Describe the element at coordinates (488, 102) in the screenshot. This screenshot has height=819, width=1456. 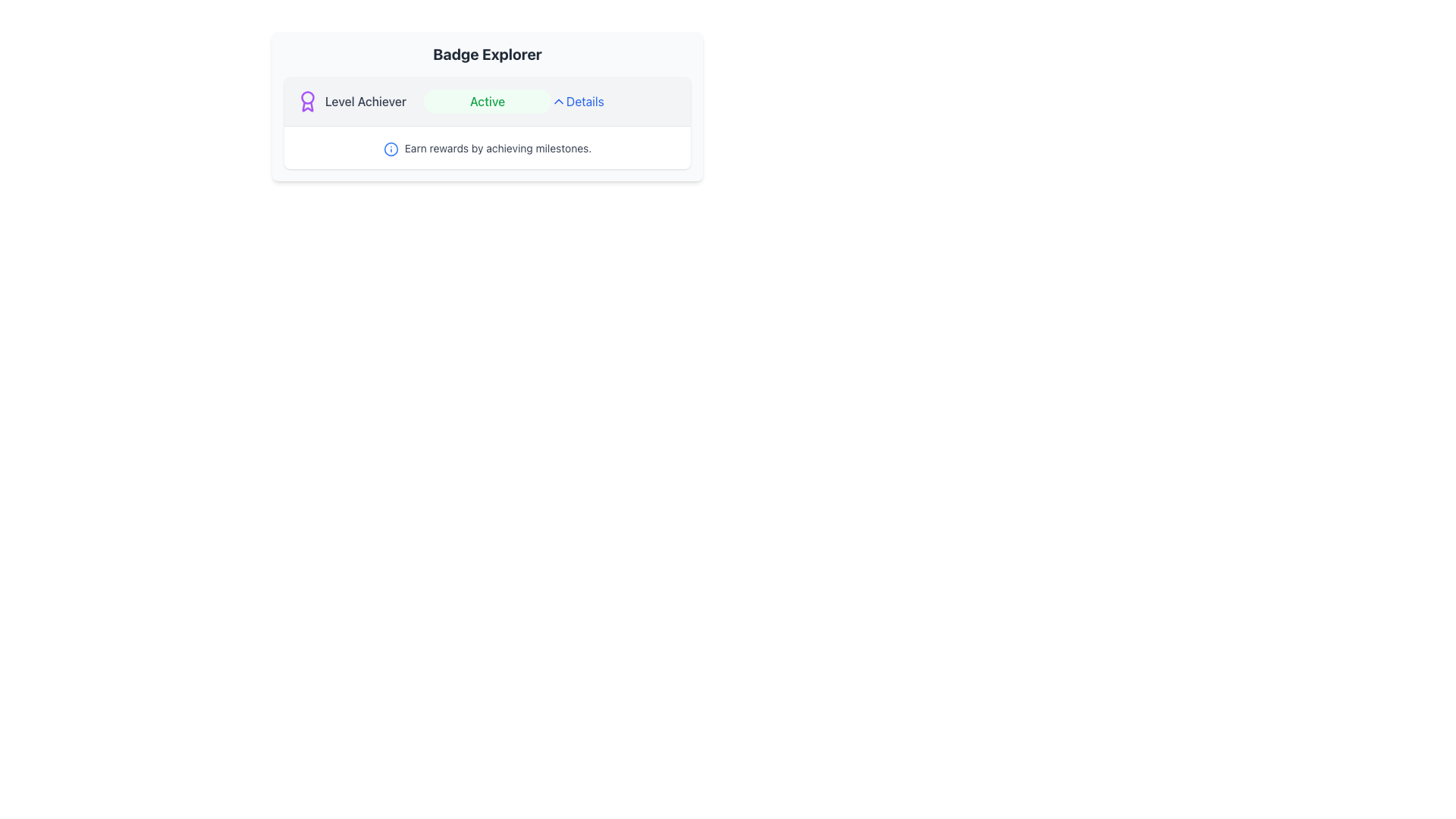
I see `the Informational Section displaying the user's status, which includes 'Level Achiever' and 'Active'` at that location.